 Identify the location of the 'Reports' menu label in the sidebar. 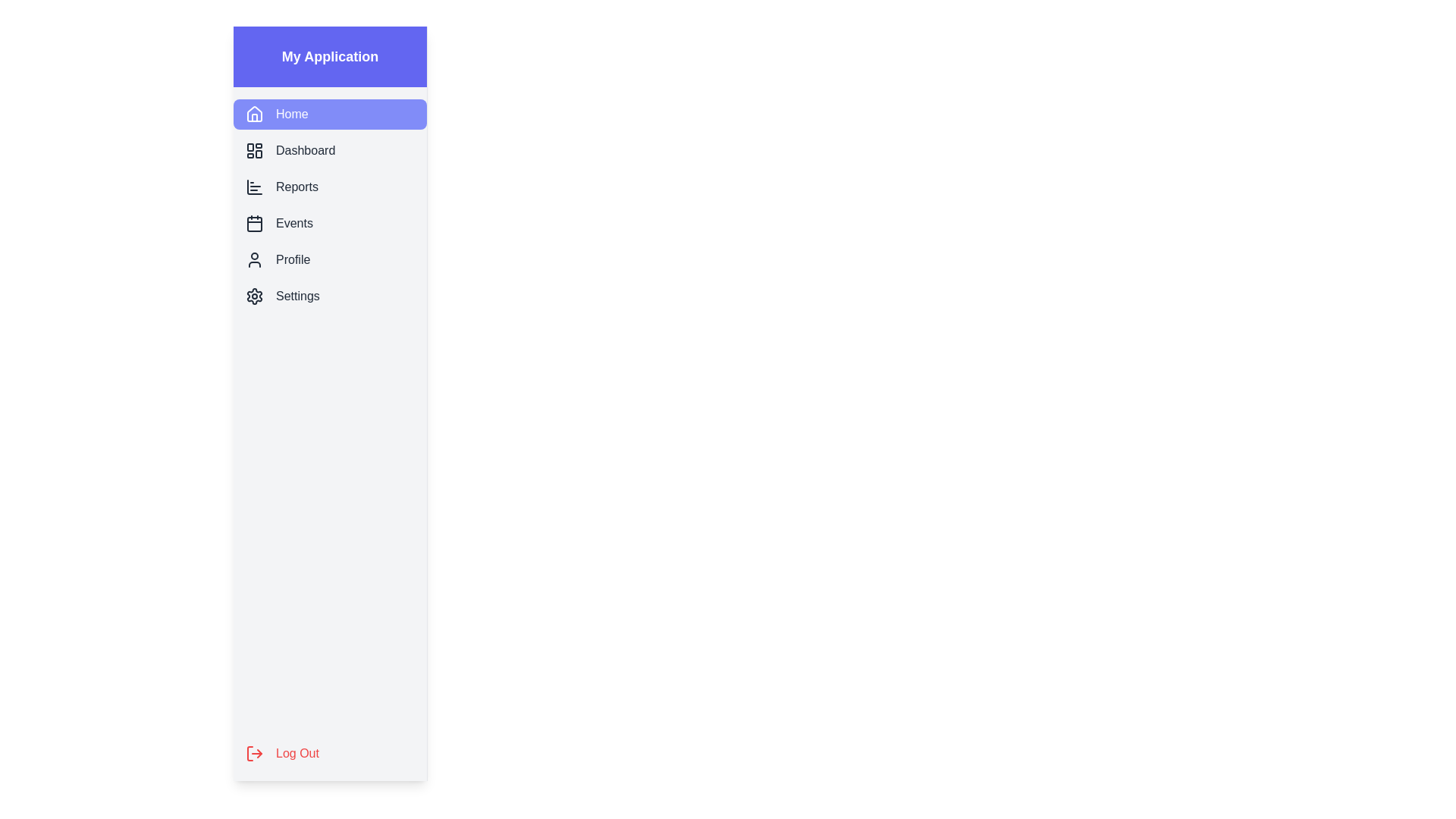
(297, 186).